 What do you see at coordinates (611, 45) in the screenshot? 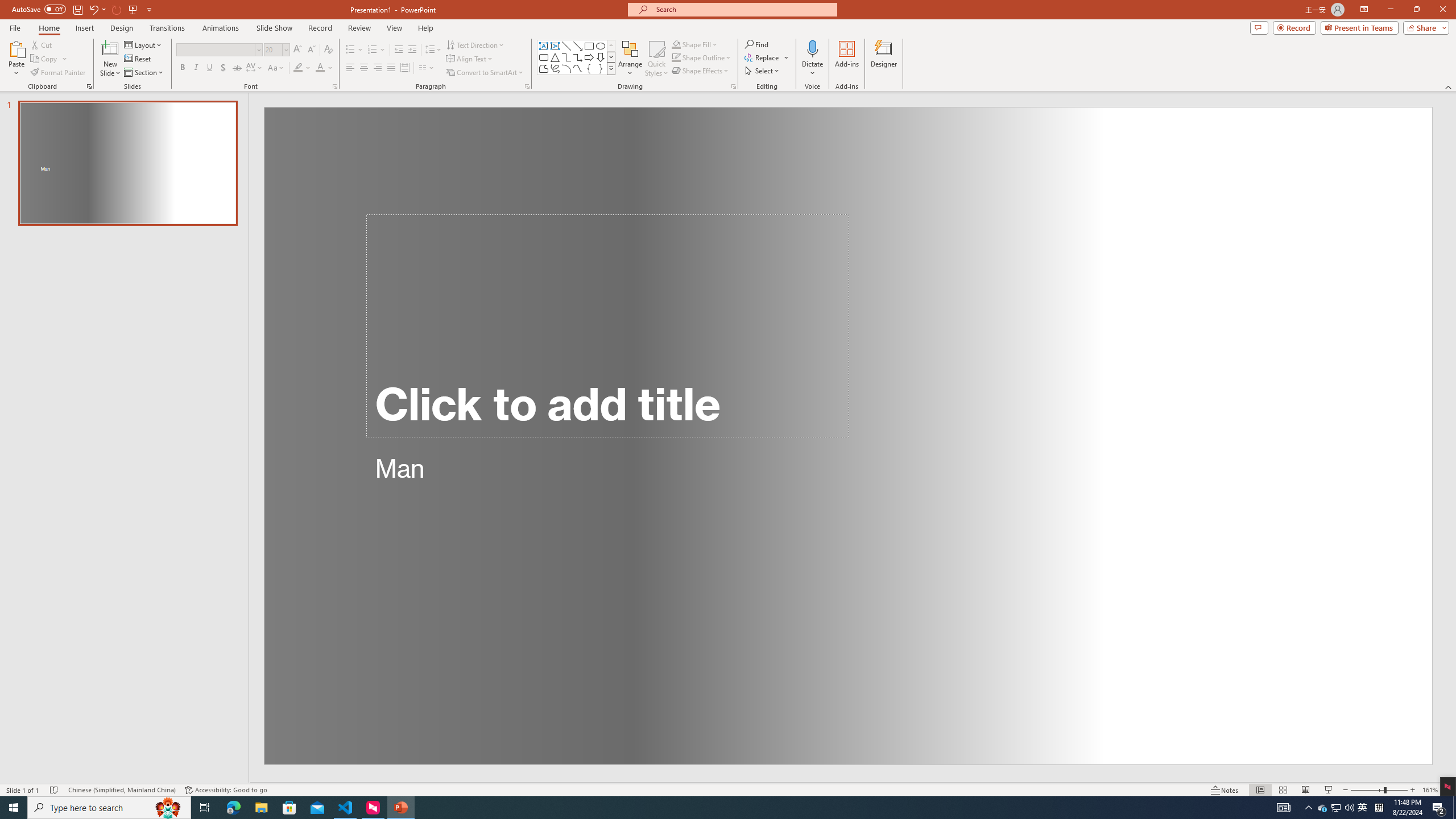
I see `'Row up'` at bounding box center [611, 45].